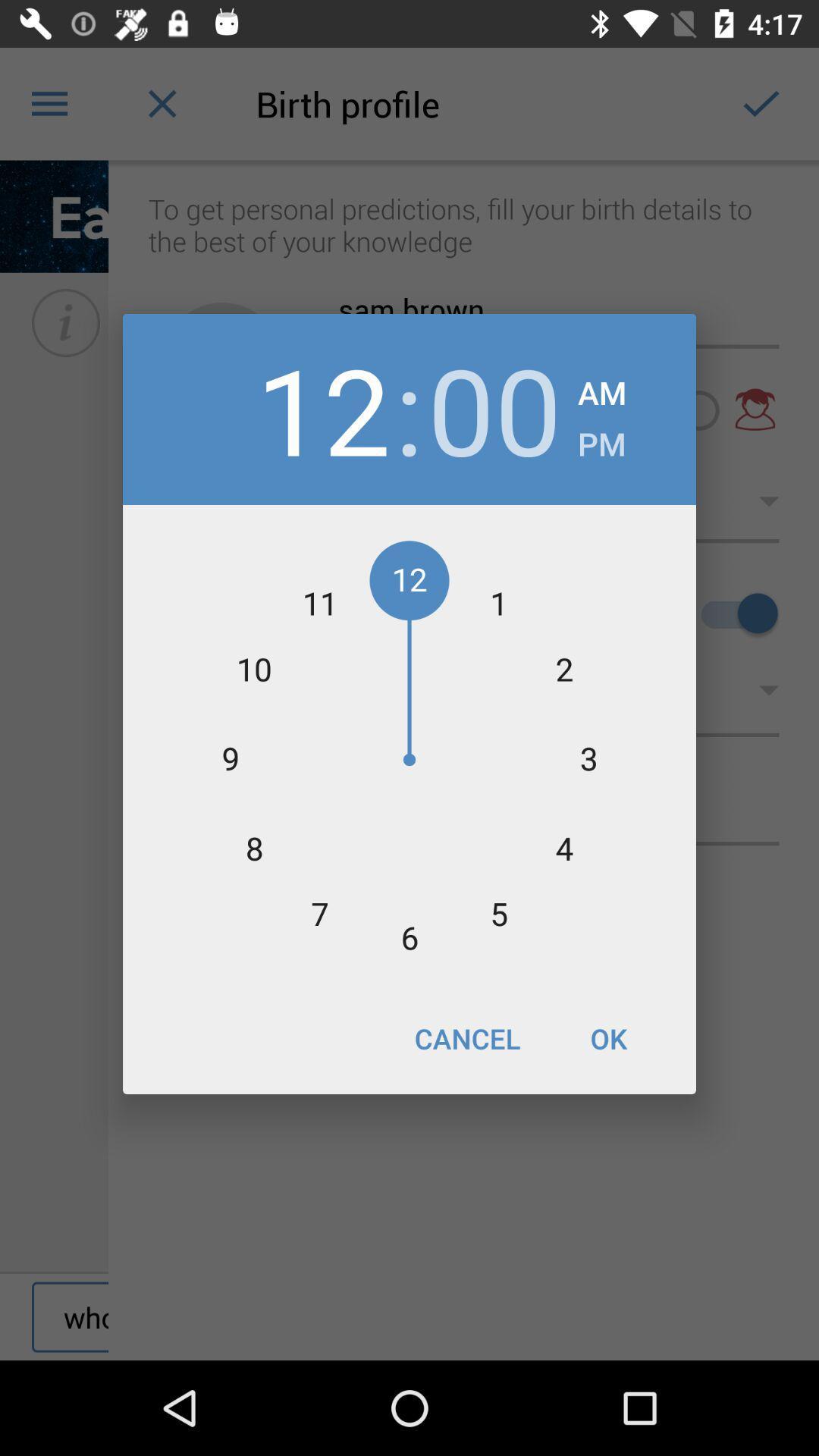  What do you see at coordinates (607, 1037) in the screenshot?
I see `icon at the bottom right corner` at bounding box center [607, 1037].